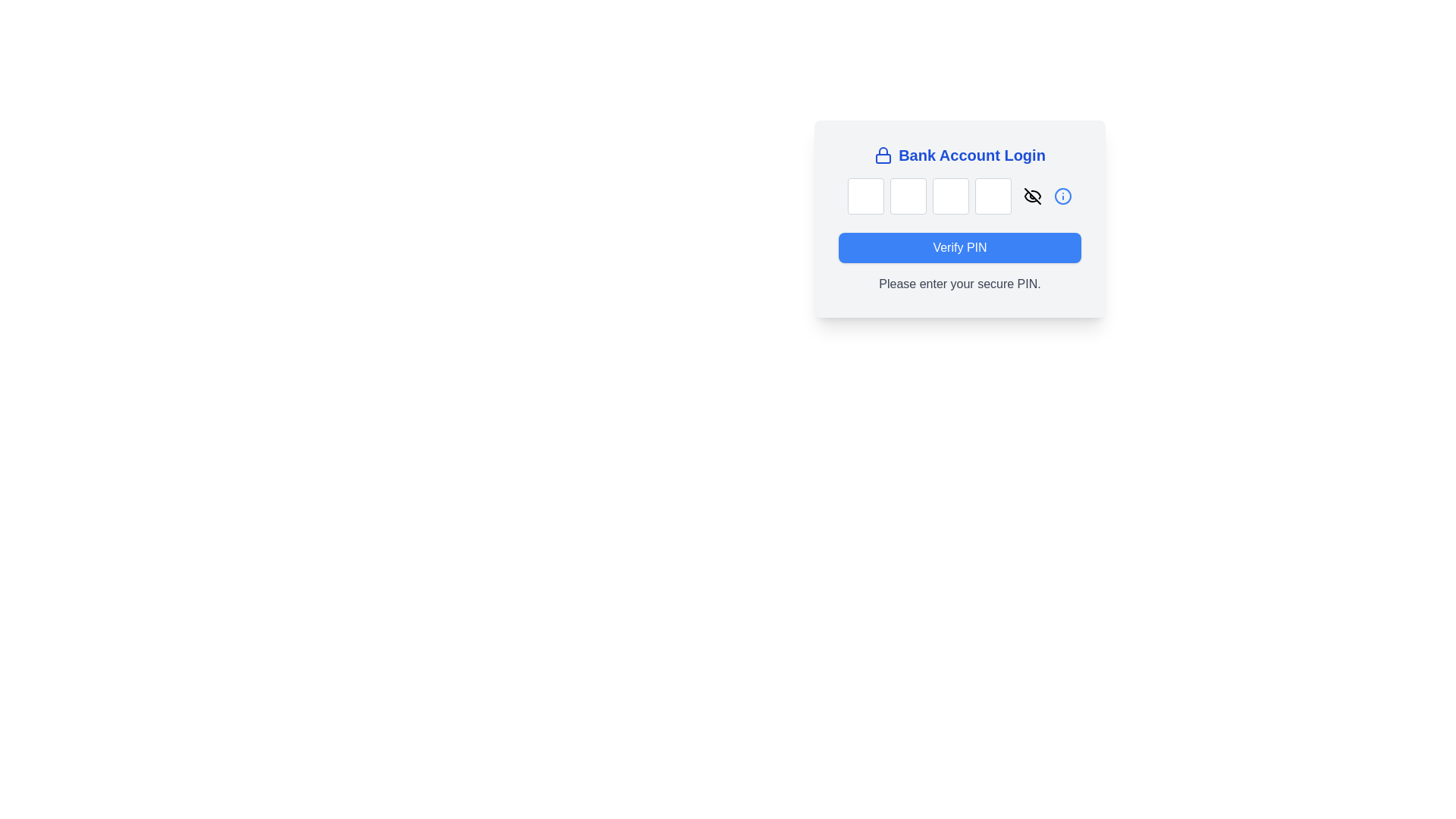  What do you see at coordinates (1062, 195) in the screenshot?
I see `the circular blue-highlighted icon button located at the far-right end of the PIN entry section` at bounding box center [1062, 195].